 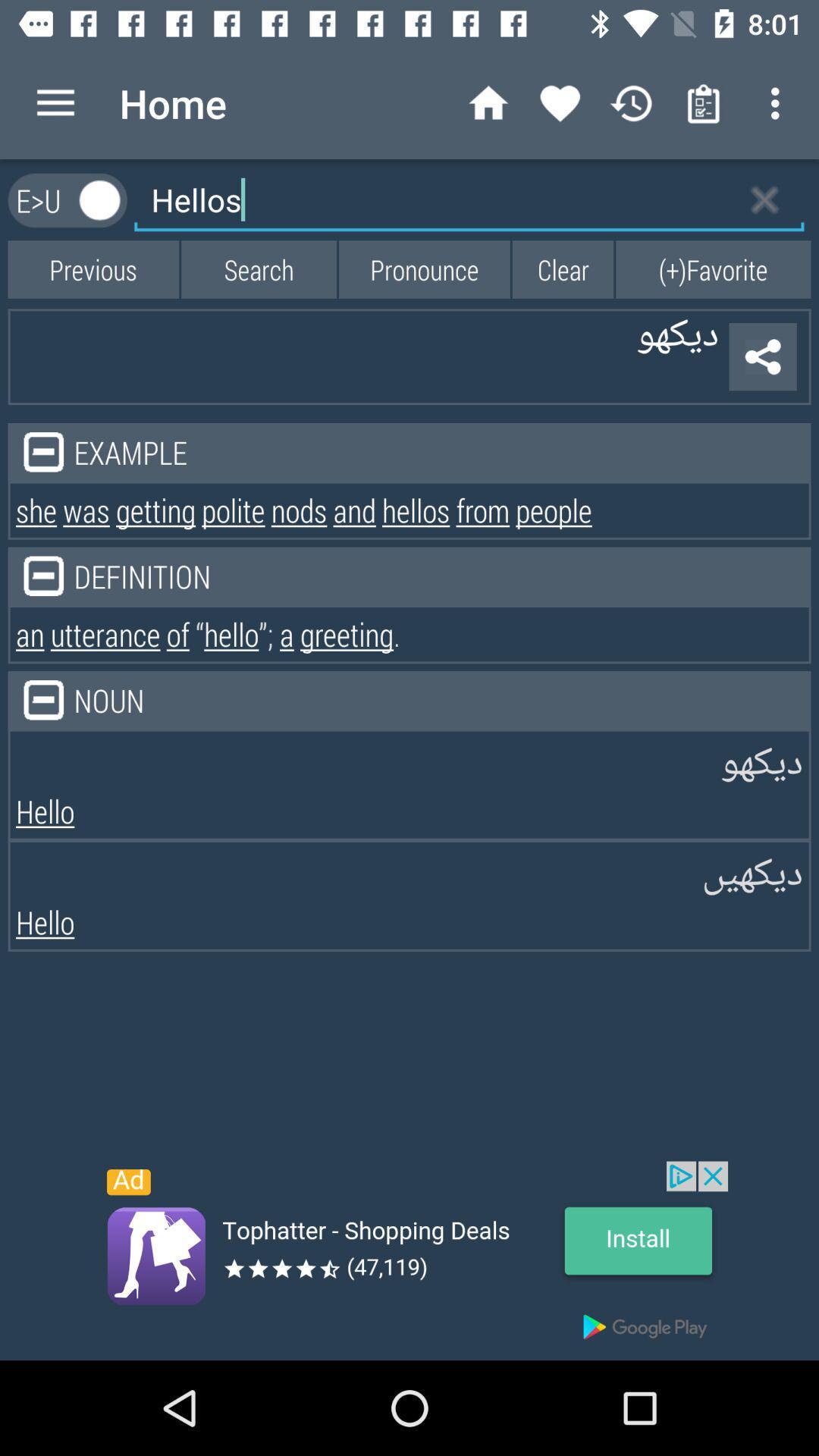 I want to click on click advertisement, so click(x=409, y=1260).